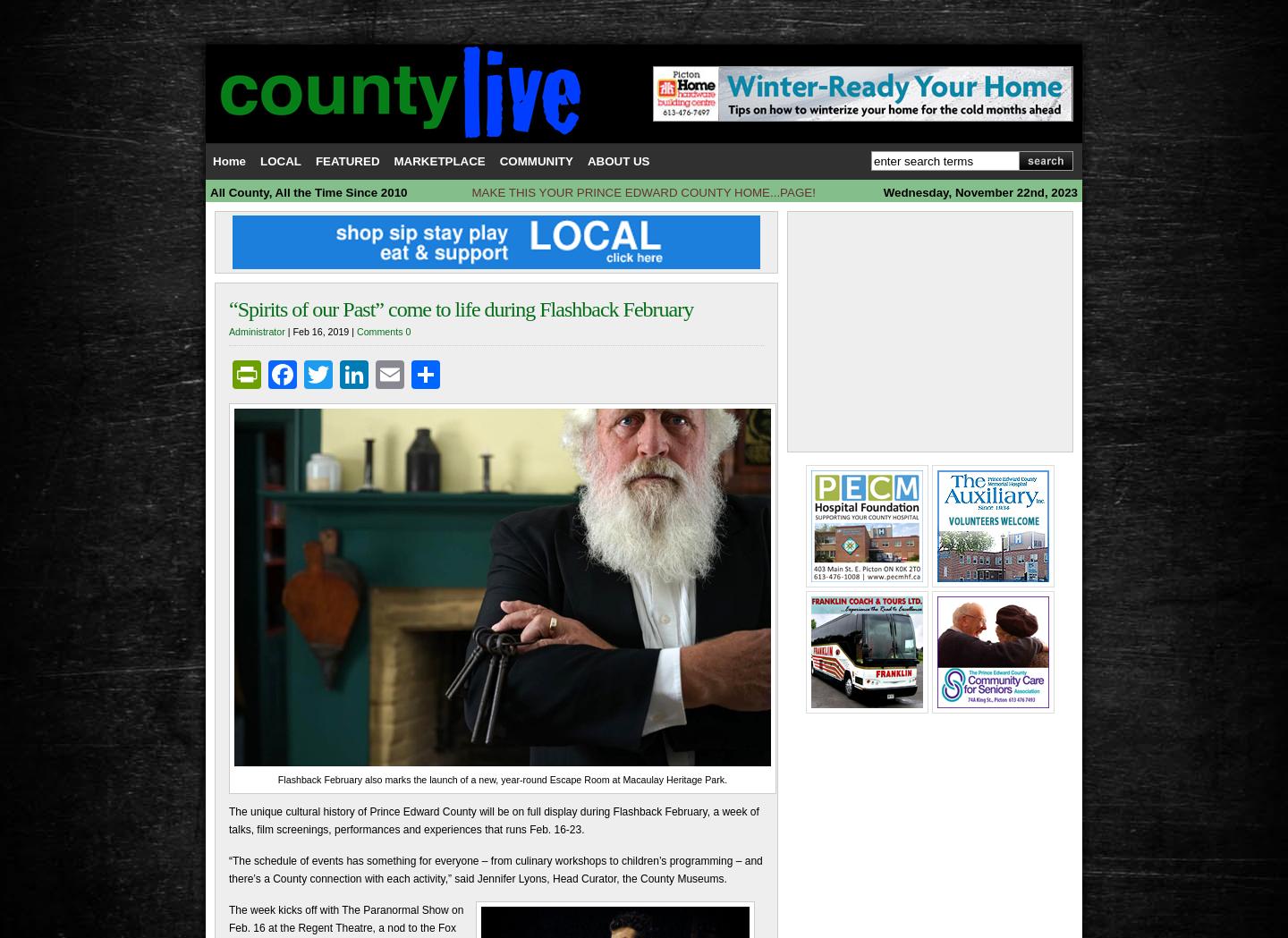  What do you see at coordinates (228, 160) in the screenshot?
I see `'Home'` at bounding box center [228, 160].